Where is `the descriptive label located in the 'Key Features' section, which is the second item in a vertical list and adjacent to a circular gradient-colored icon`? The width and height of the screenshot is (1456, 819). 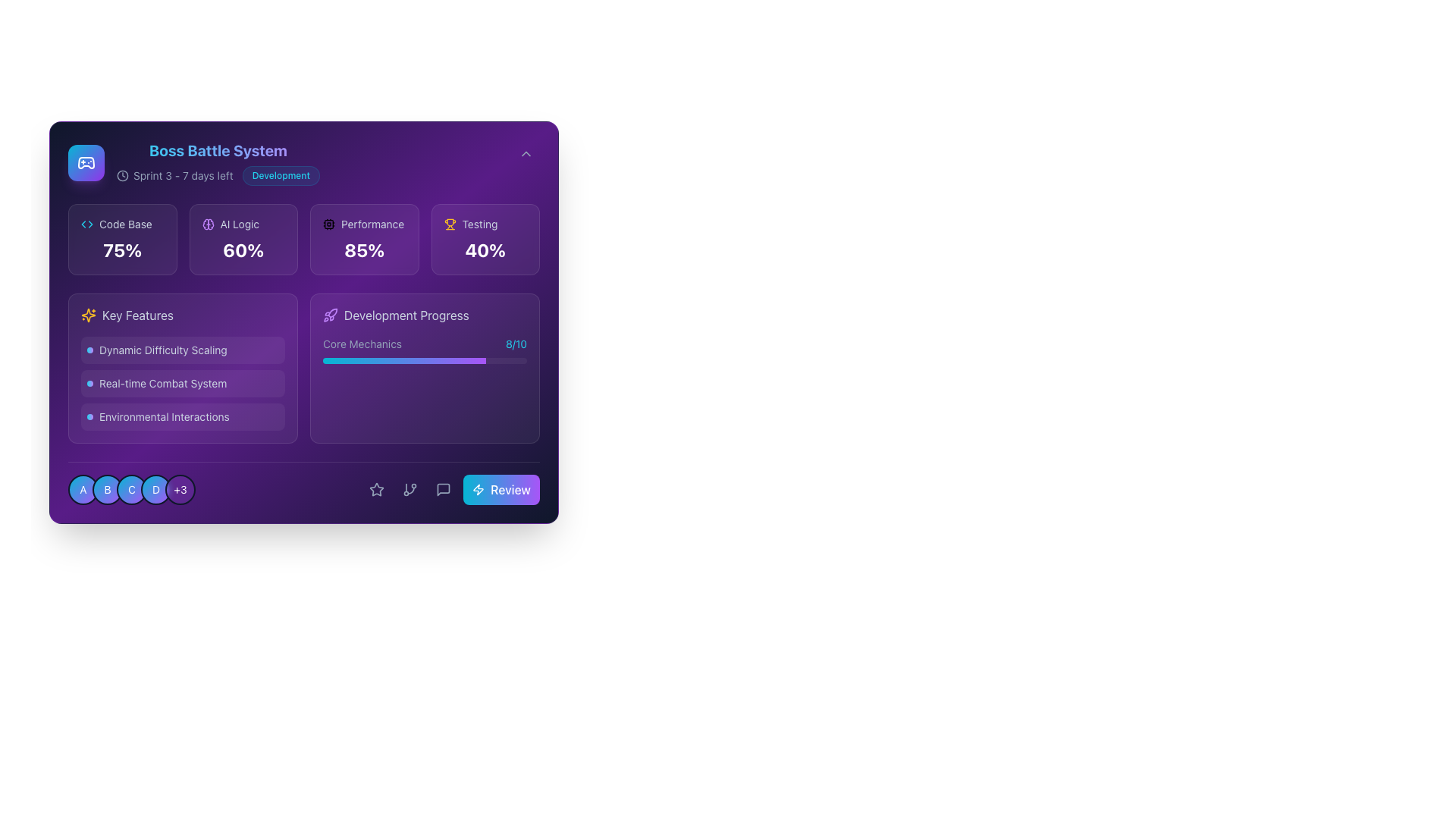 the descriptive label located in the 'Key Features' section, which is the second item in a vertical list and adjacent to a circular gradient-colored icon is located at coordinates (163, 382).